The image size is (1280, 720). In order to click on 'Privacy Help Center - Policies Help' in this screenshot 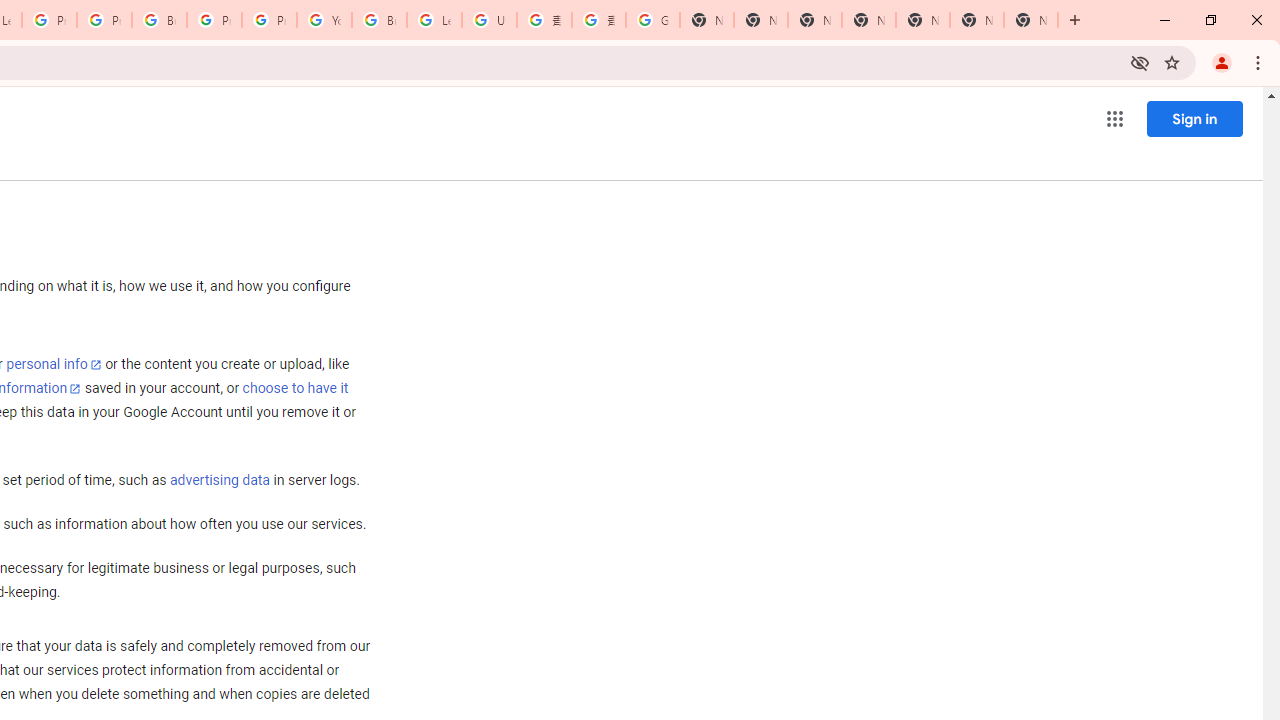, I will do `click(49, 20)`.